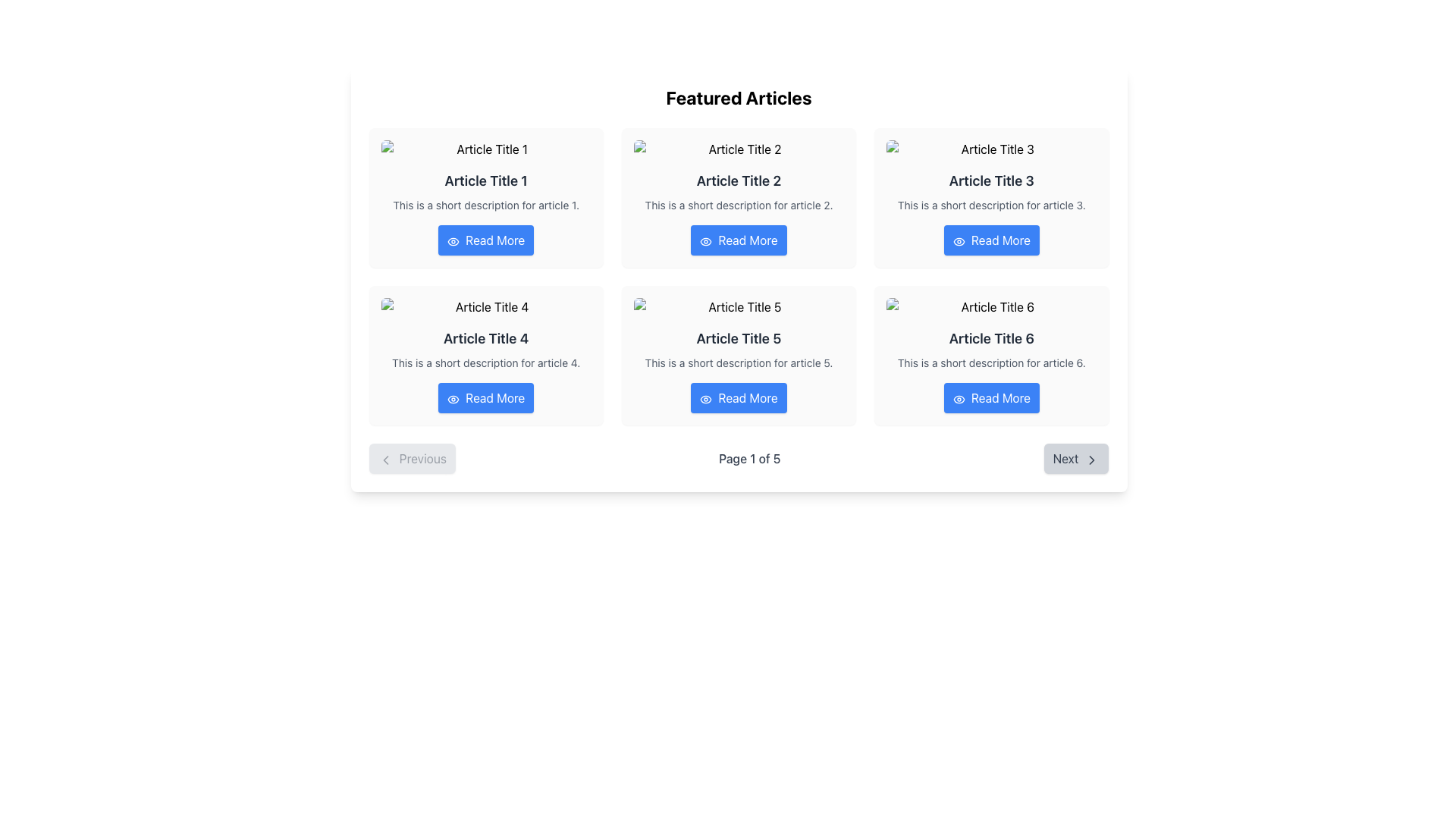 The image size is (1456, 819). What do you see at coordinates (739, 397) in the screenshot?
I see `the button located under the section titled 'Article Title 5' for keyboard navigation support` at bounding box center [739, 397].